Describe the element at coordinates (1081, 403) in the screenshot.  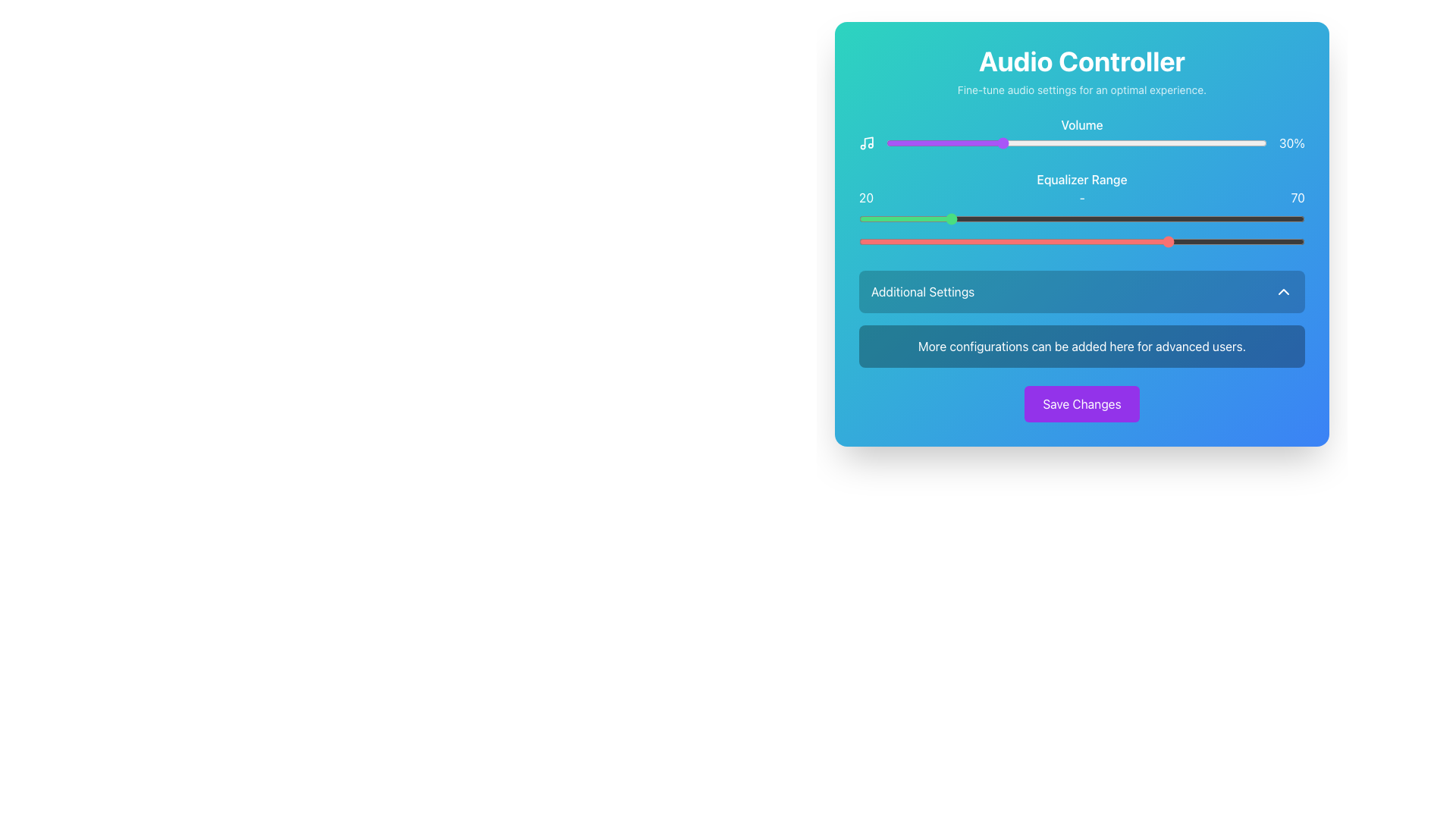
I see `the 'Save Changes' button, which is a bright purple rectangular button with rounded corners located at the bottom of the 'Audio Controller' card` at that location.